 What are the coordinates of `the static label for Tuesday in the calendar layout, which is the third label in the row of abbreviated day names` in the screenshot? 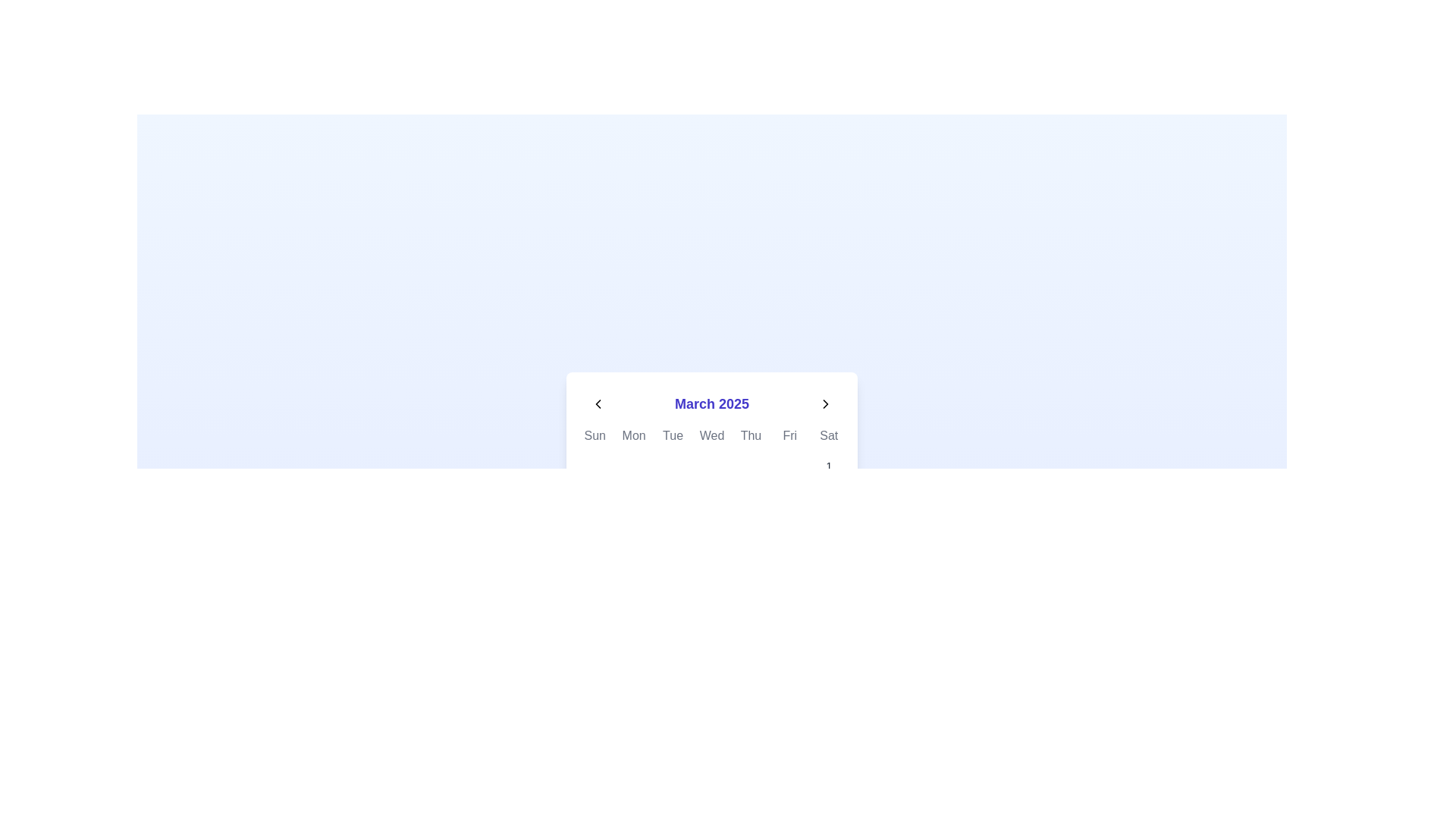 It's located at (672, 435).